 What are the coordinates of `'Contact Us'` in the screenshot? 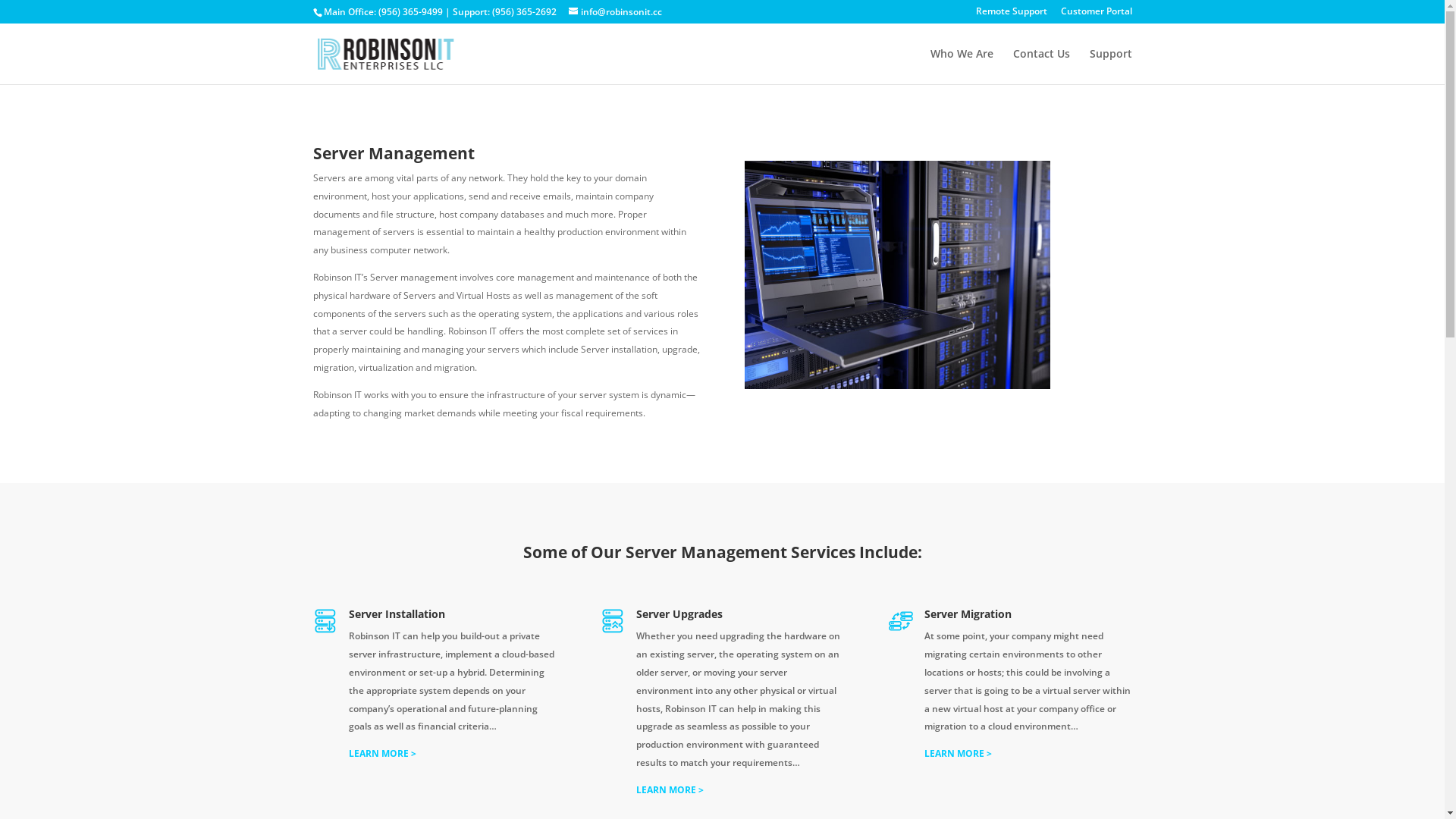 It's located at (1040, 65).